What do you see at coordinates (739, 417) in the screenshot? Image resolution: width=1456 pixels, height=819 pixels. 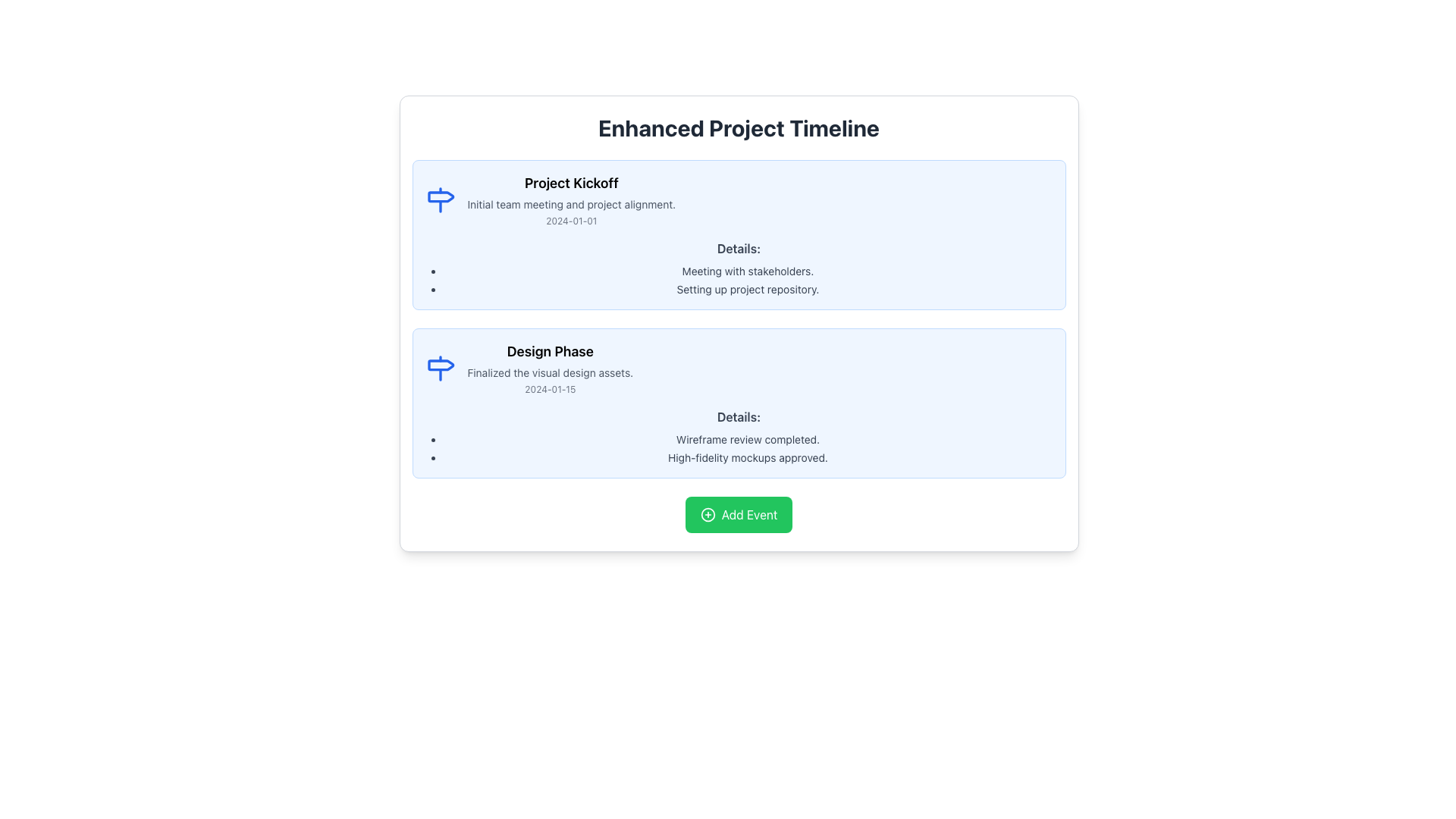 I see `the 'Details:' text label, which is styled in bold gray and serves as a section header in the 'Design Phase' section` at bounding box center [739, 417].